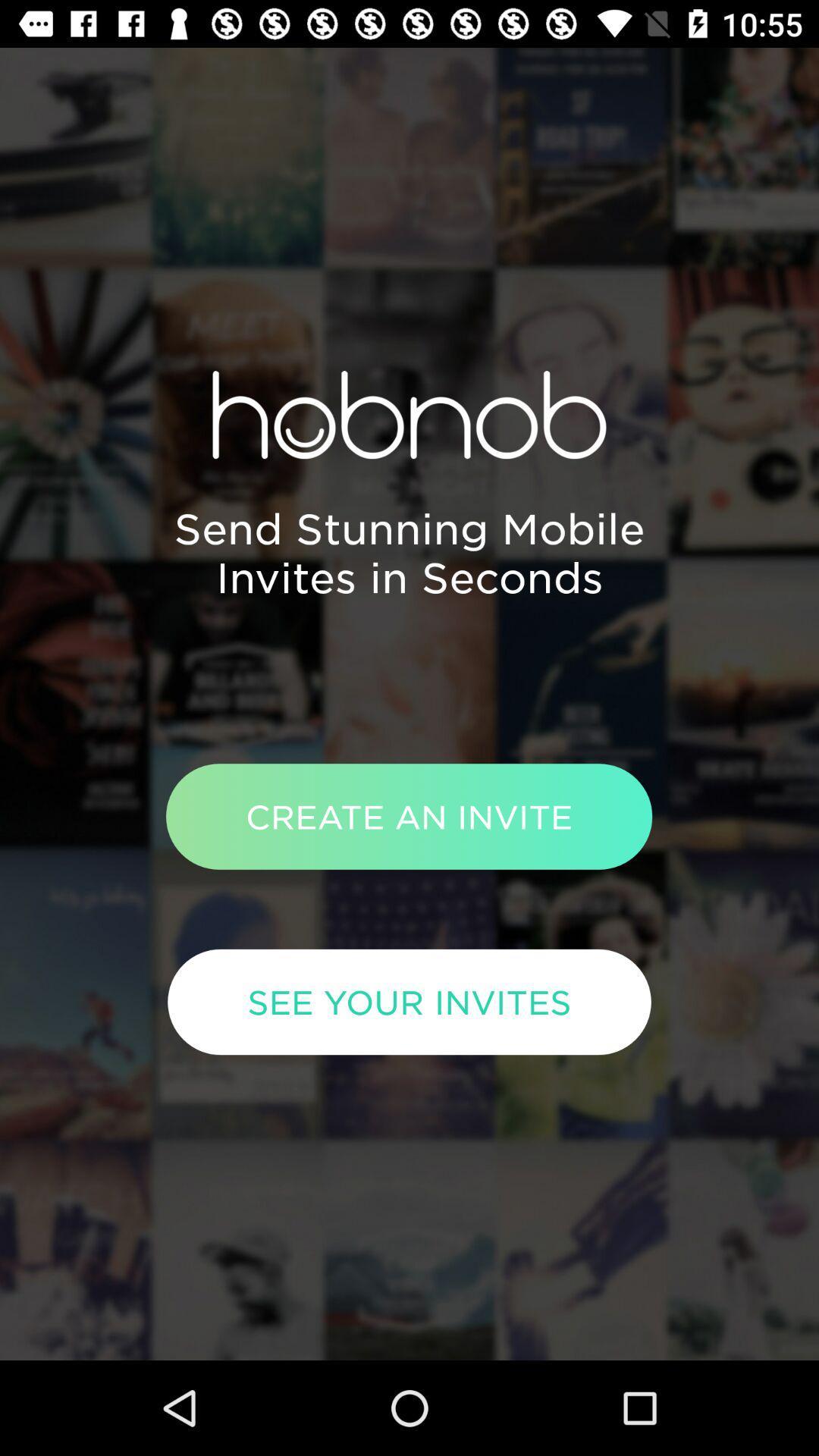 The height and width of the screenshot is (1456, 819). What do you see at coordinates (409, 1002) in the screenshot?
I see `the icon below create an invite icon` at bounding box center [409, 1002].